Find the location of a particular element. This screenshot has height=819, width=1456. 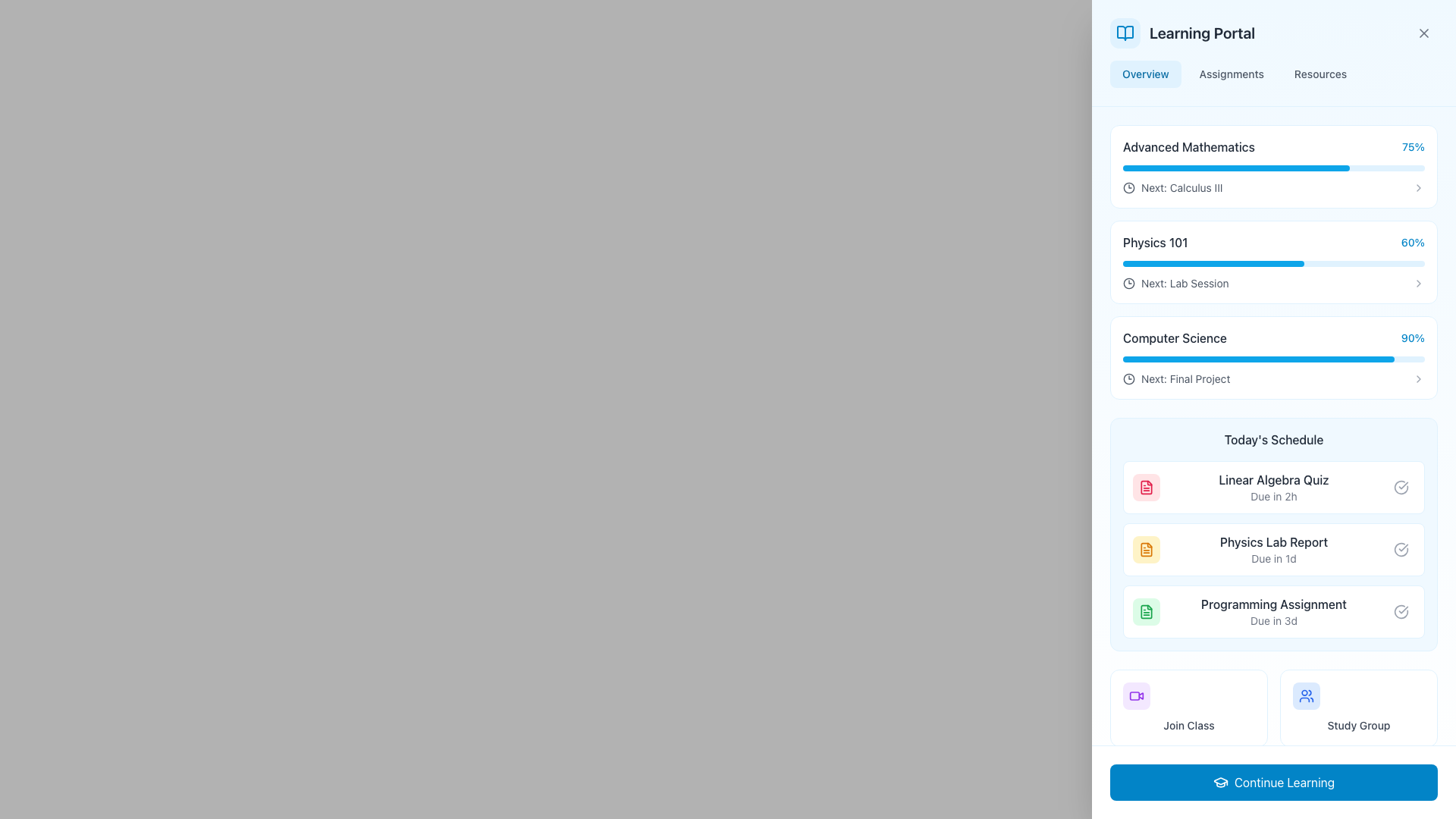

the 'Resources' button, which is the third button in the top right navigation bar is located at coordinates (1319, 74).